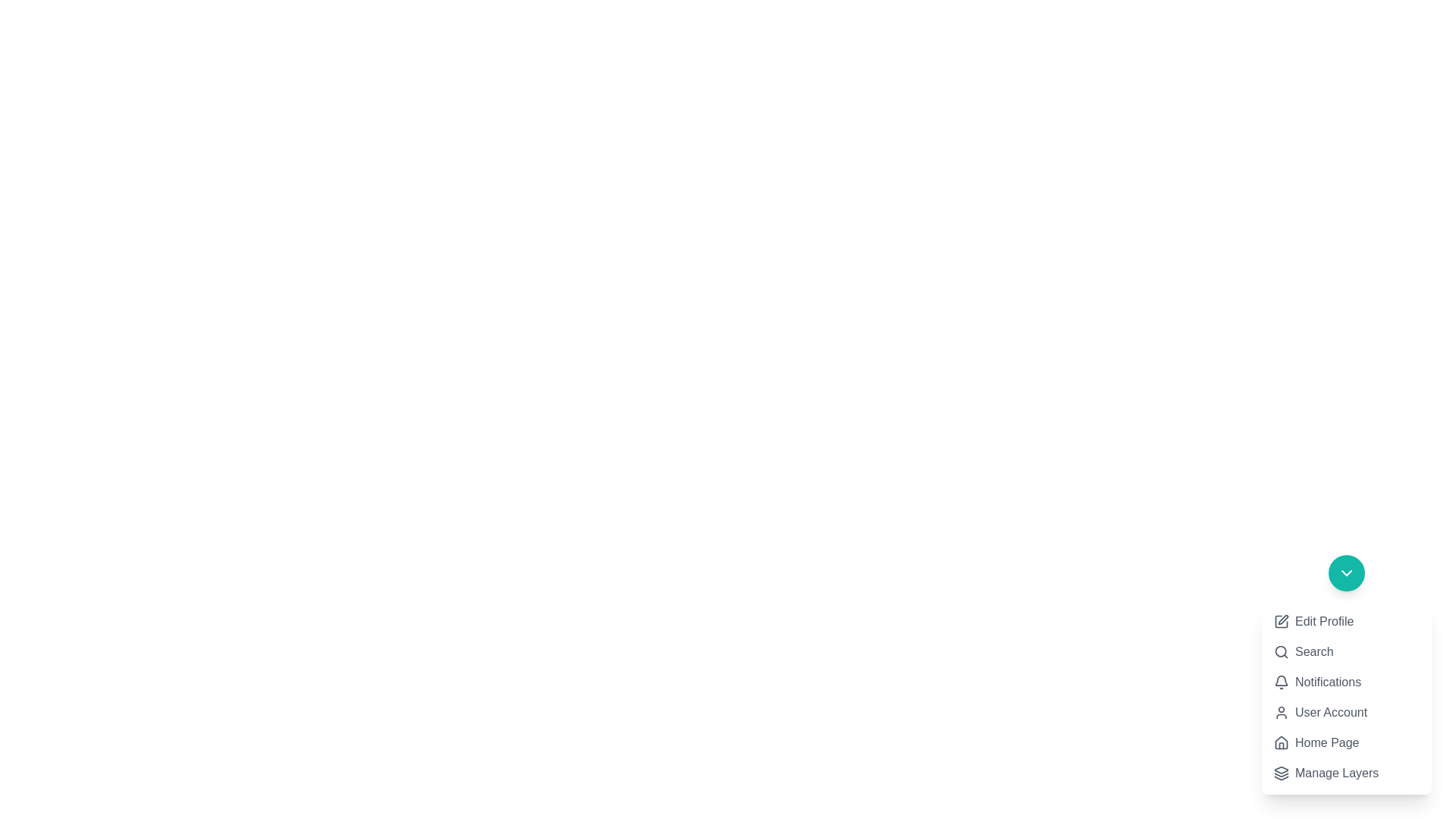 This screenshot has width=1456, height=819. Describe the element at coordinates (1280, 622) in the screenshot. I see `the 'Edit Profile' option in the dropdown menu by targeting the graphical SVG icon that resembles a document-like shape` at that location.